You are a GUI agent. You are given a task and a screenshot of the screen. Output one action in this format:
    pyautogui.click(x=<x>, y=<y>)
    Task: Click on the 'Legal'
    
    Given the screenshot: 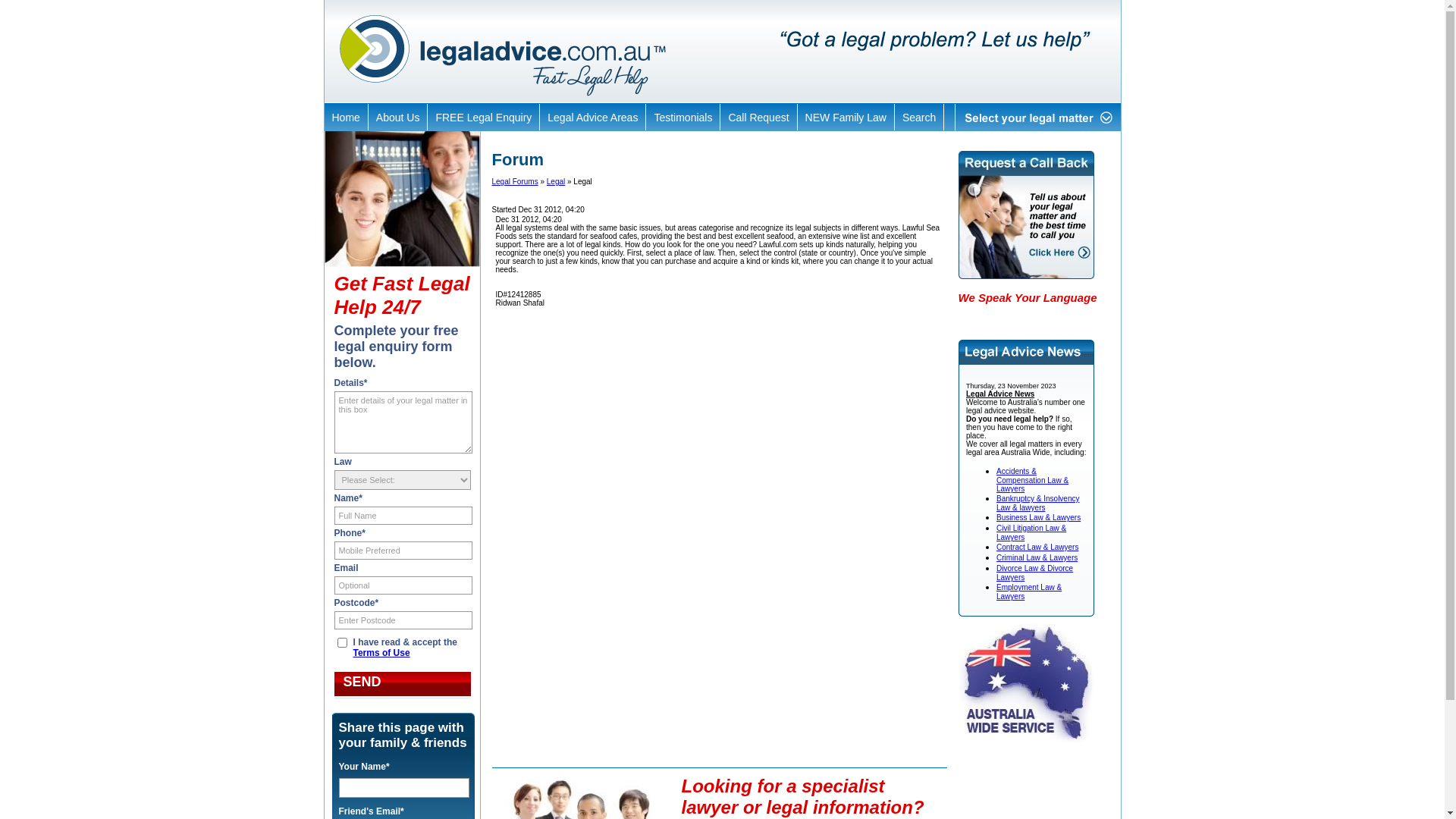 What is the action you would take?
    pyautogui.click(x=555, y=180)
    